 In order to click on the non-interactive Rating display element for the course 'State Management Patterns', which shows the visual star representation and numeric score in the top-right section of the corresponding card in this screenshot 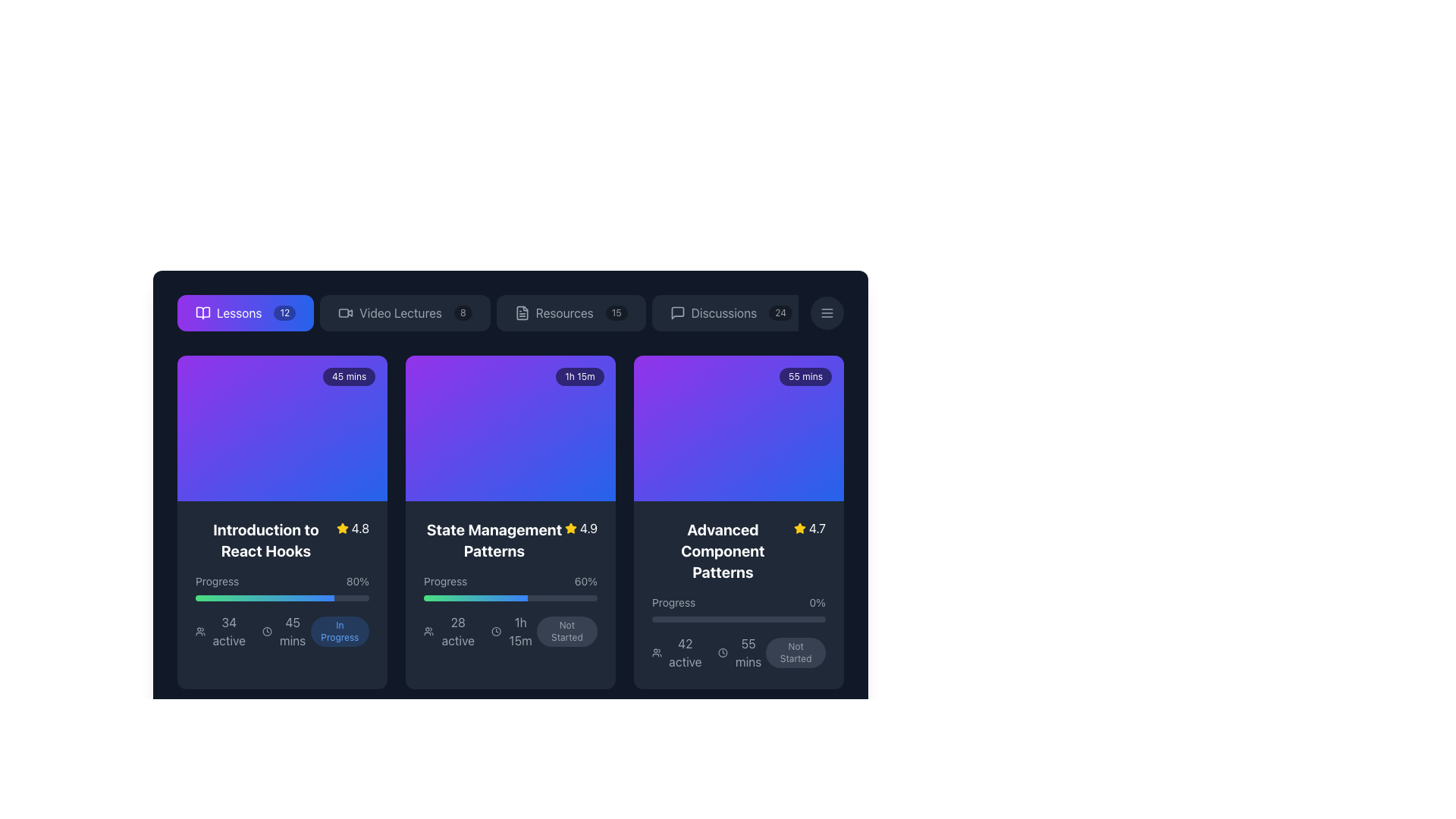, I will do `click(580, 528)`.